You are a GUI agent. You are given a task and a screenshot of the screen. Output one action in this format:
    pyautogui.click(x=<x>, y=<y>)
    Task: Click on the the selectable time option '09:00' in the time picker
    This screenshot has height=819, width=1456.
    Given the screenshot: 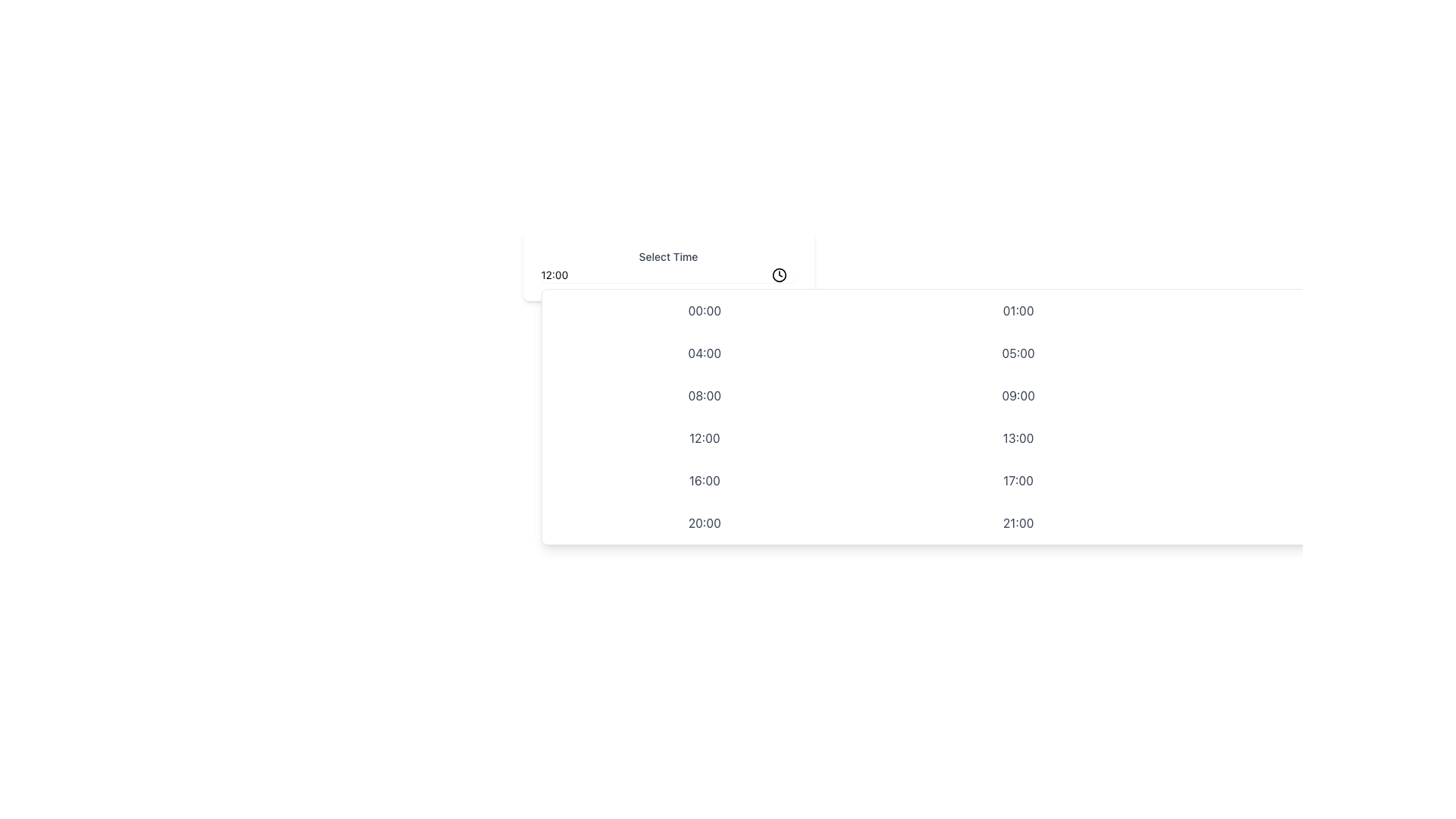 What is the action you would take?
    pyautogui.click(x=1018, y=394)
    